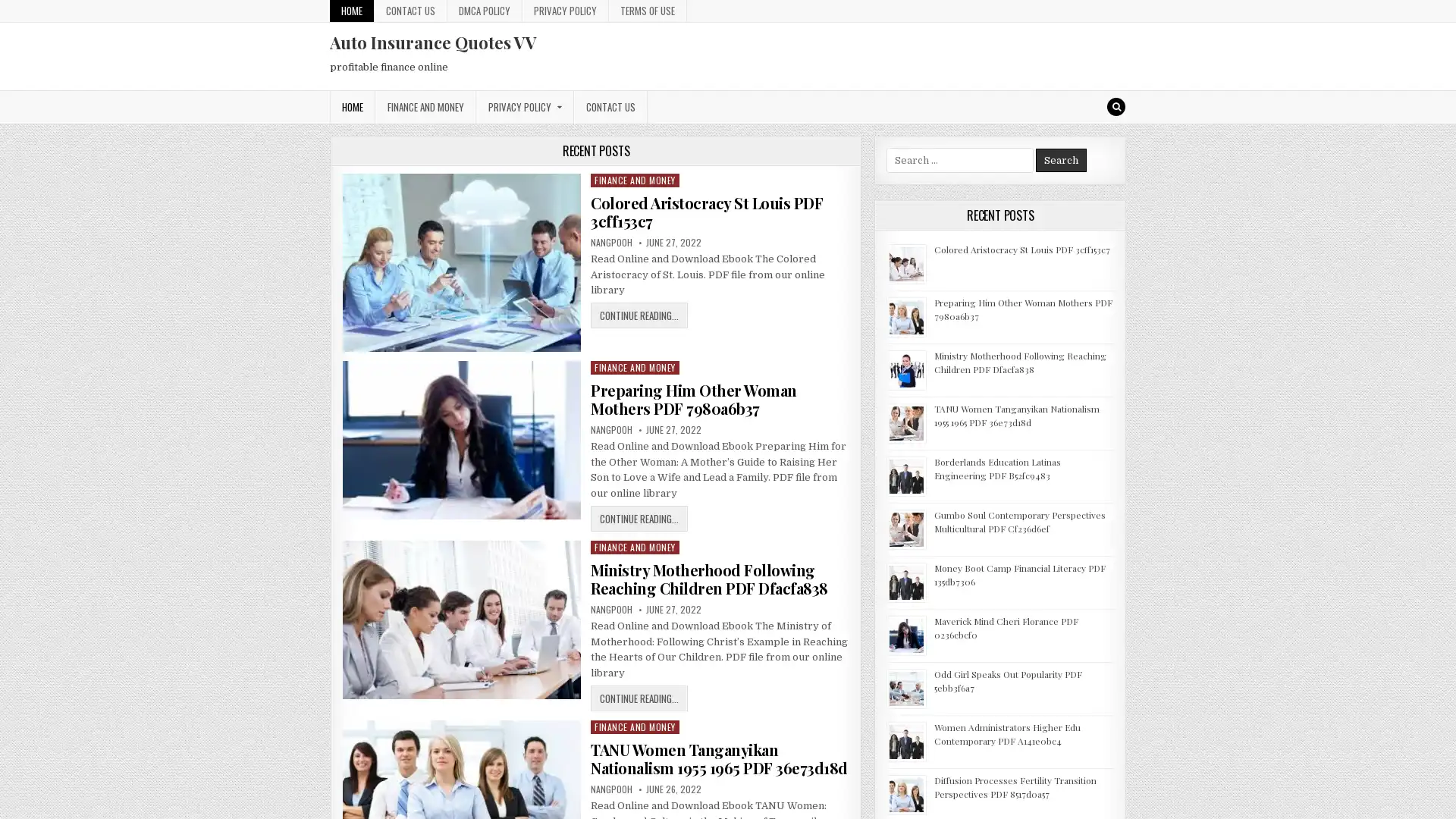 Image resolution: width=1456 pixels, height=819 pixels. Describe the element at coordinates (1060, 160) in the screenshot. I see `Search` at that location.